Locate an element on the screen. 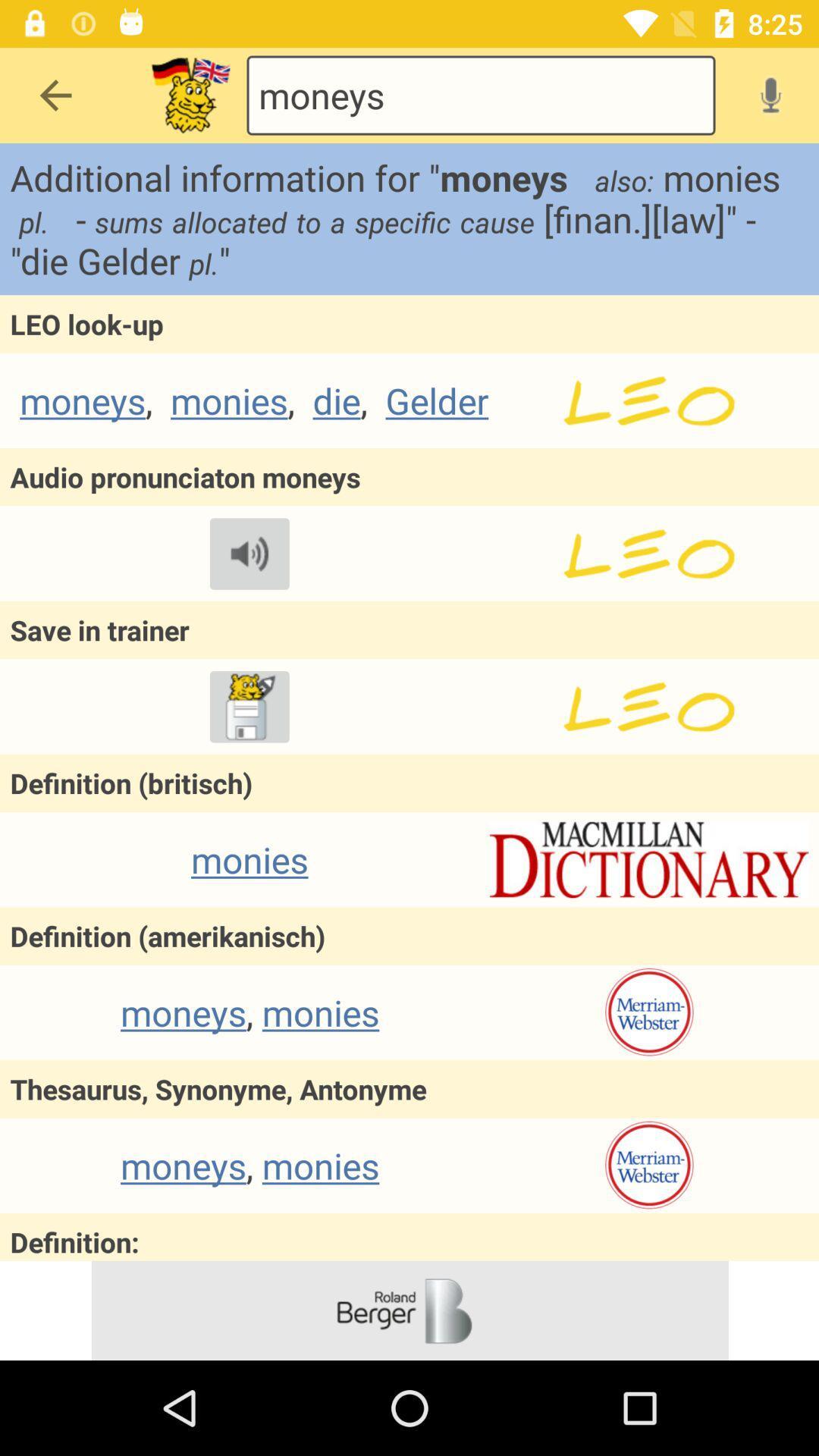  leo optioni is located at coordinates (648, 706).